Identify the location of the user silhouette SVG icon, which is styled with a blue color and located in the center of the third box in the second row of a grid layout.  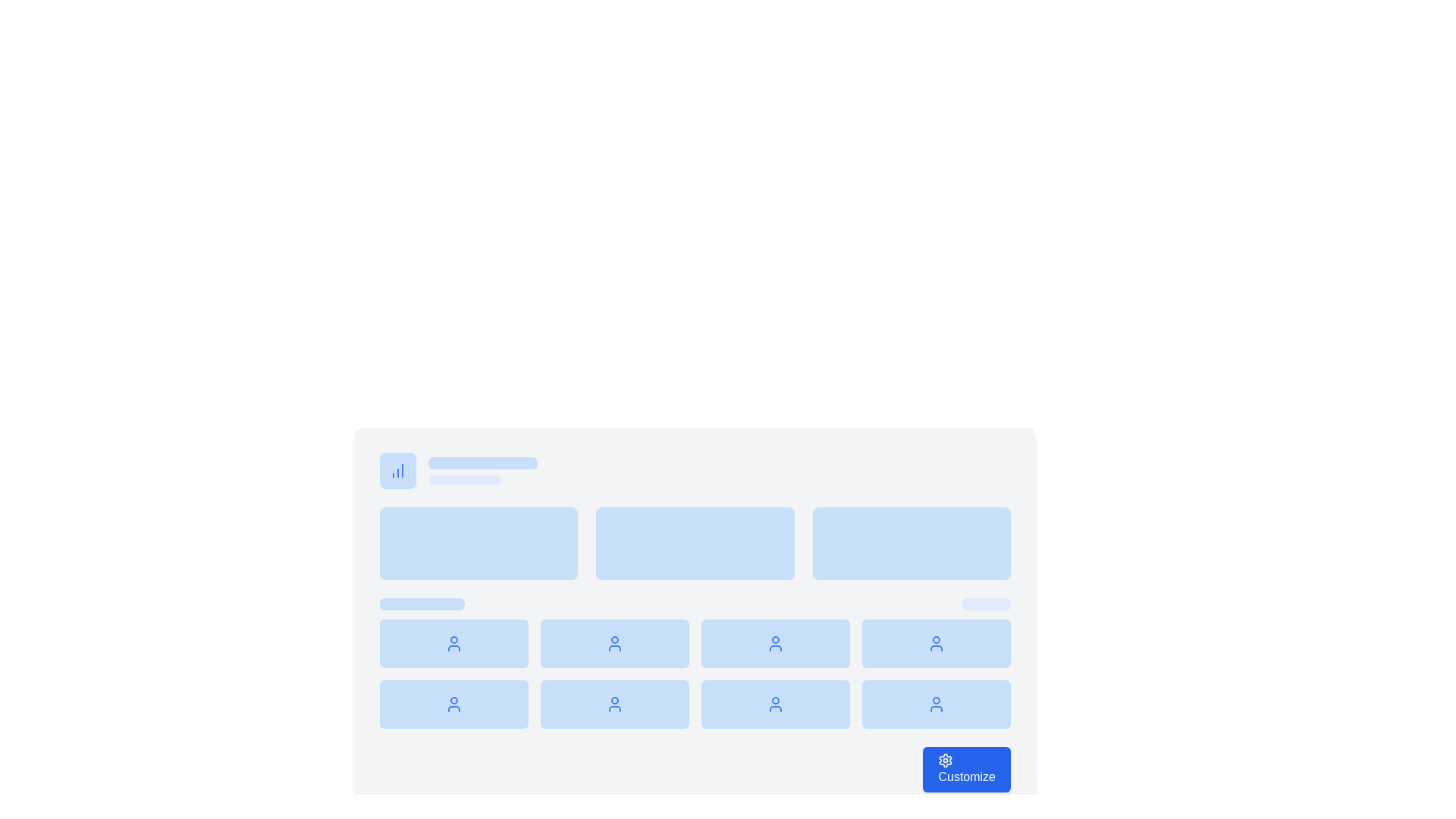
(775, 643).